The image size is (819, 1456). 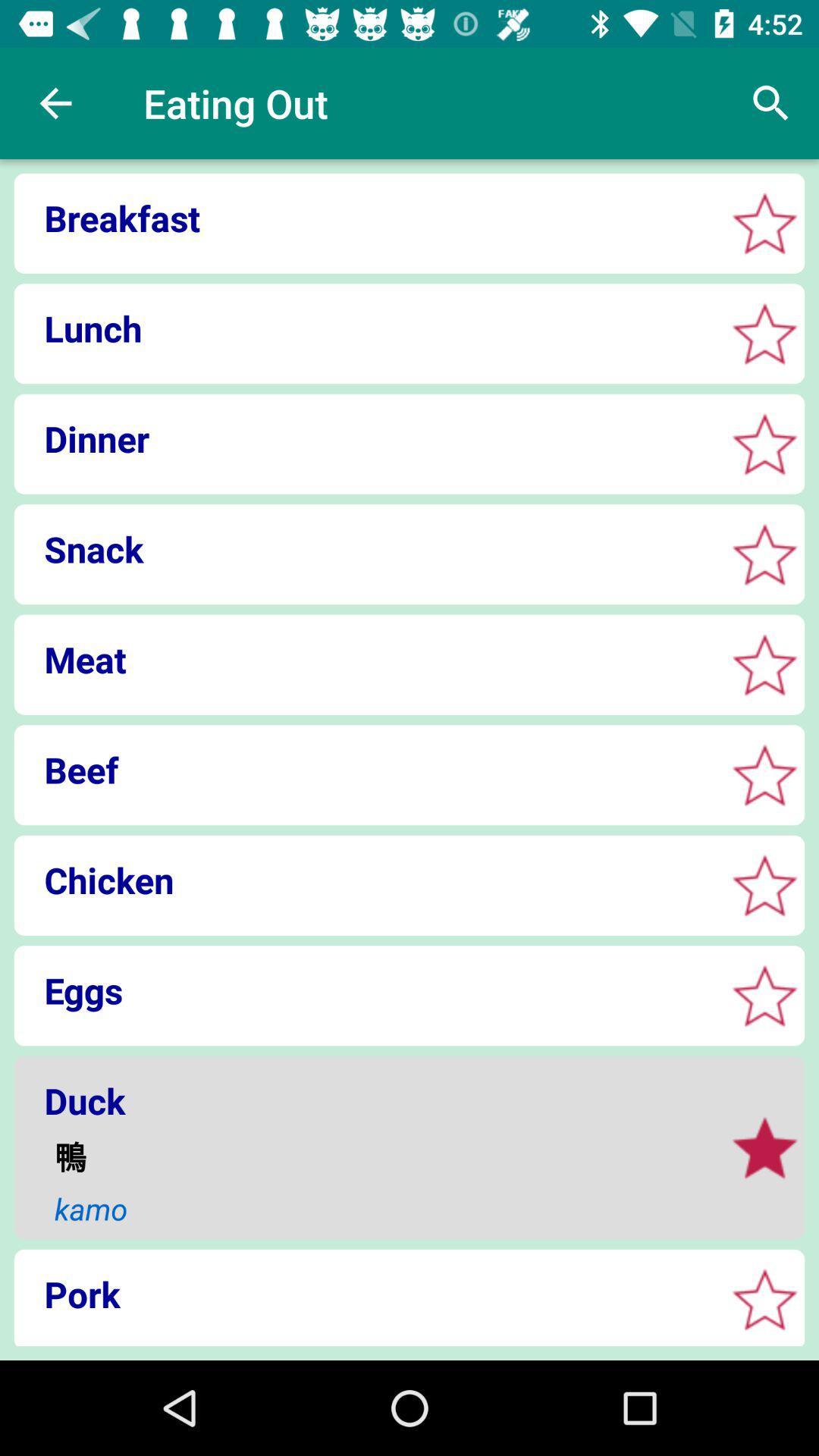 What do you see at coordinates (764, 1147) in the screenshot?
I see `order it` at bounding box center [764, 1147].